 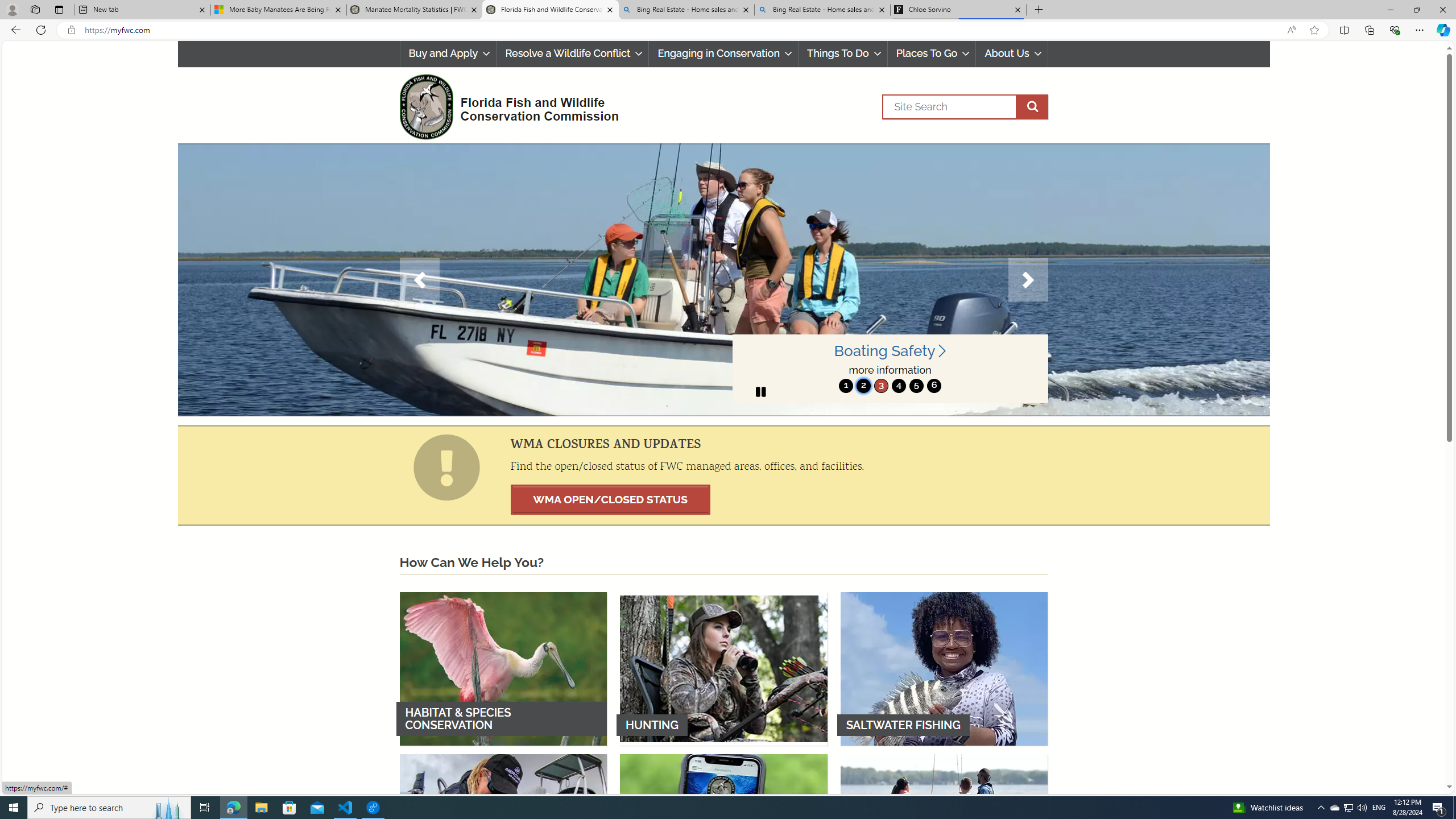 I want to click on 'Close tab', so click(x=1017, y=9).